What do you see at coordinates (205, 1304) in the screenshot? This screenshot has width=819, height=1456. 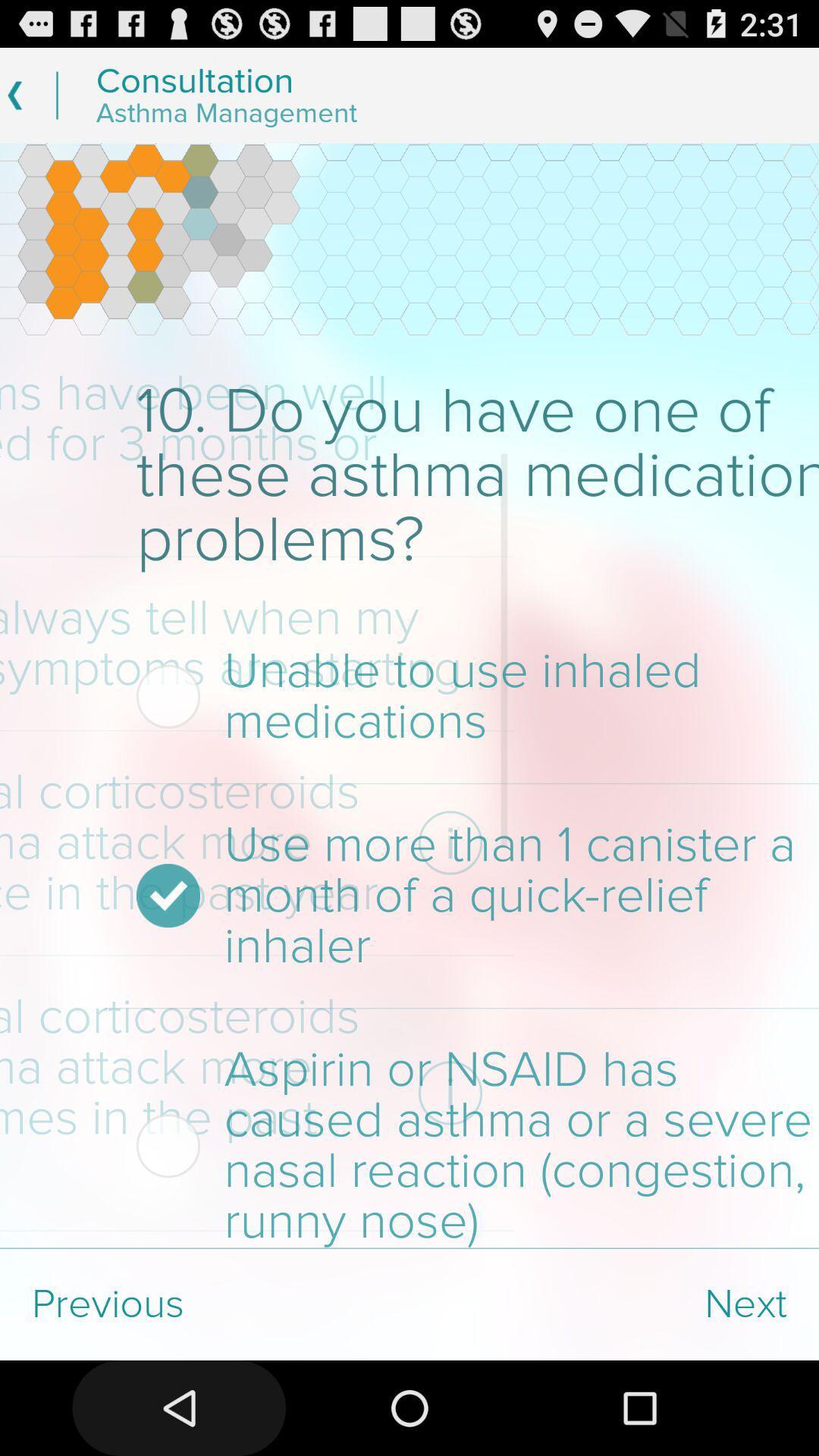 I see `previous icon` at bounding box center [205, 1304].